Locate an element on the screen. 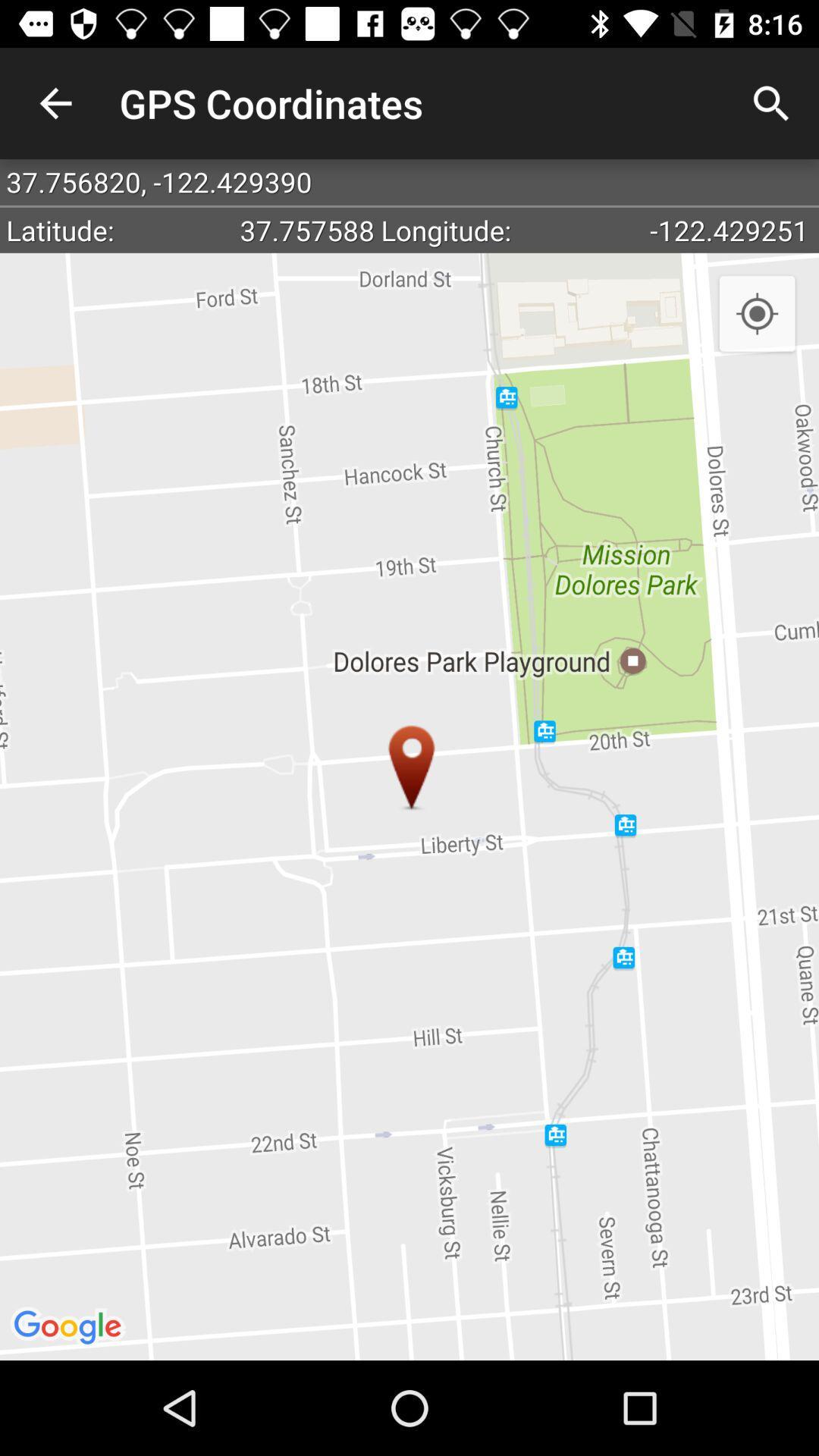  item below -122.429251 icon is located at coordinates (757, 314).